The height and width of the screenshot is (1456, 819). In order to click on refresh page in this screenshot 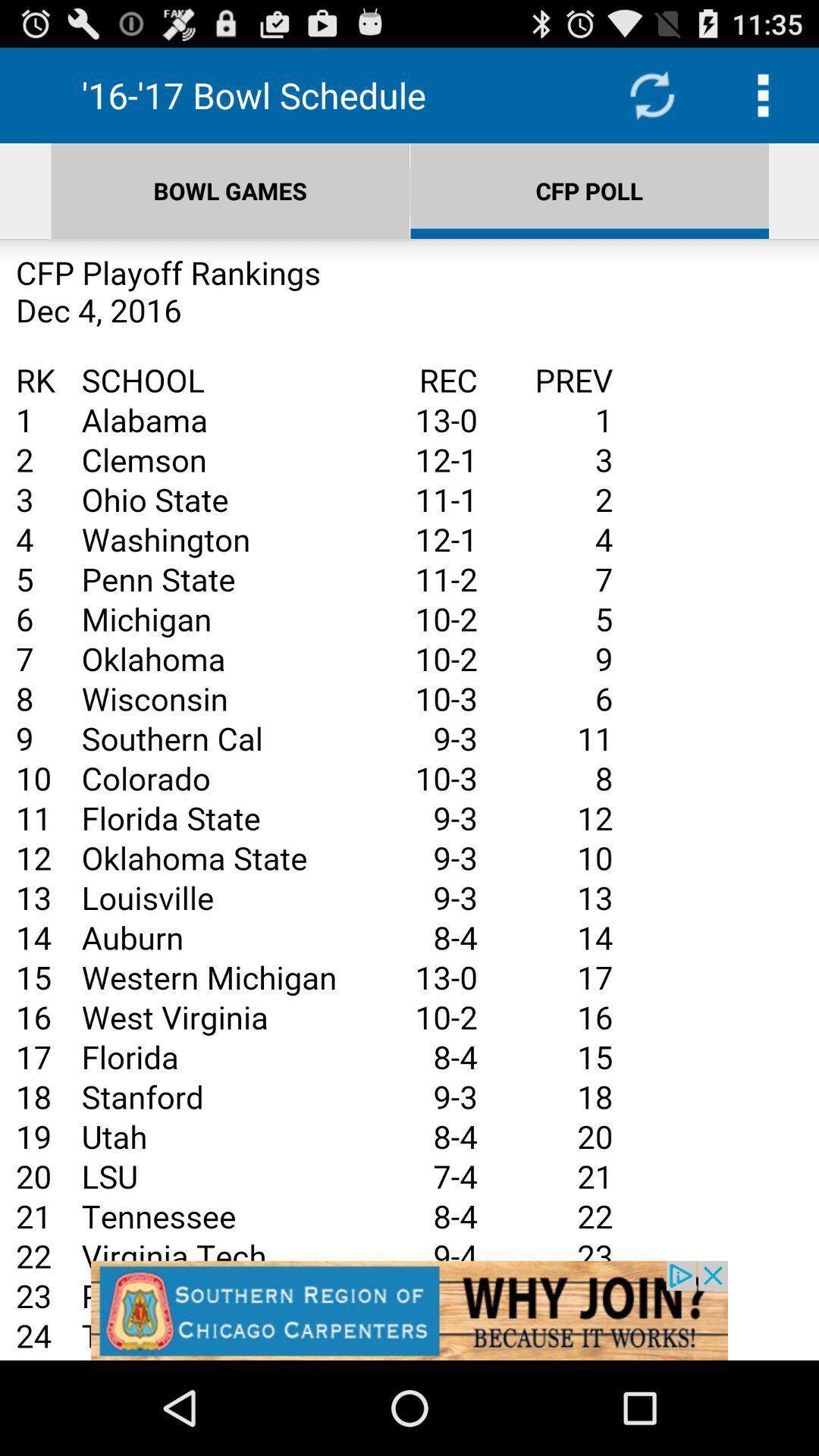, I will do `click(651, 94)`.